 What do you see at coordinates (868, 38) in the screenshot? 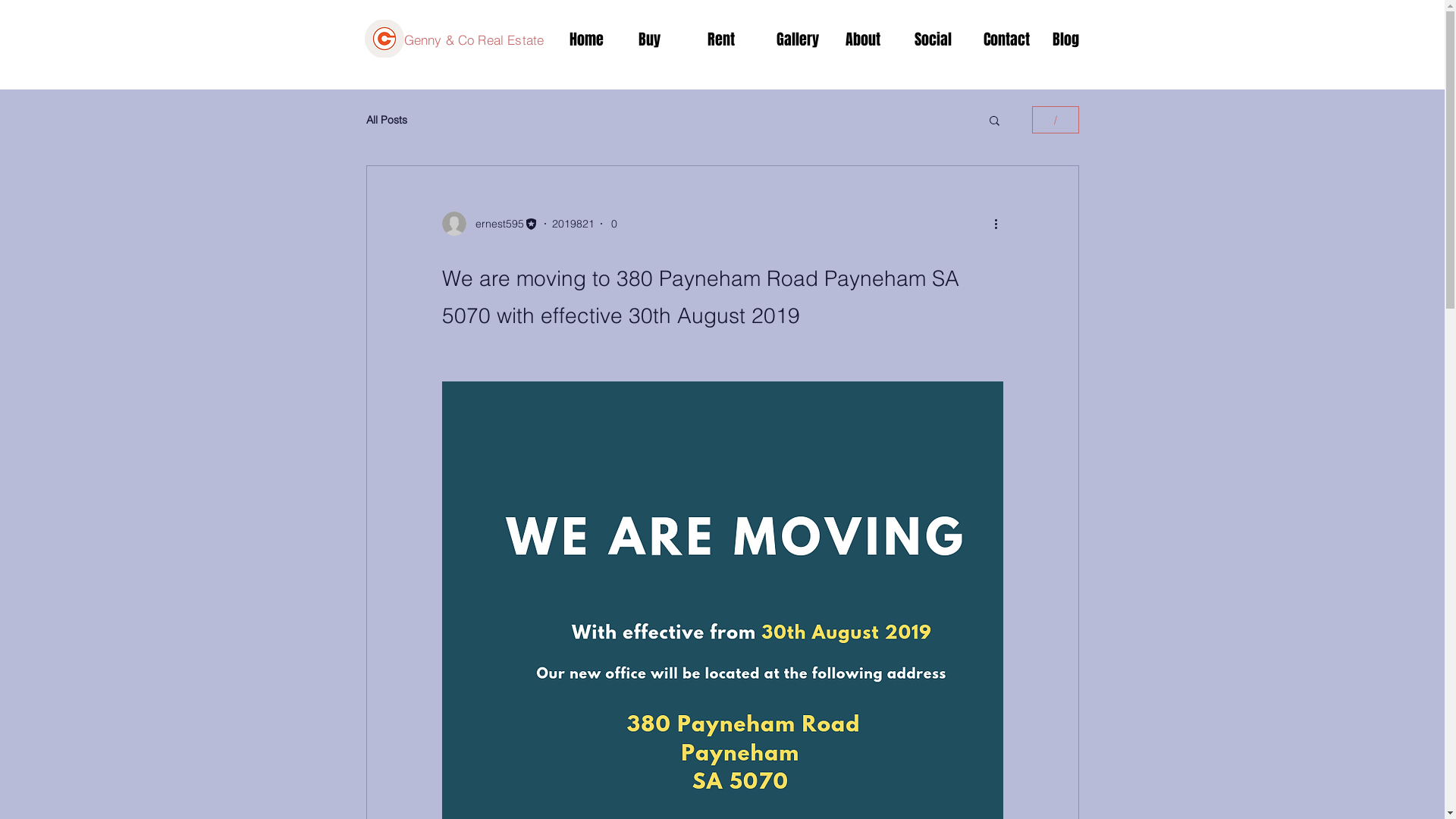
I see `'About'` at bounding box center [868, 38].